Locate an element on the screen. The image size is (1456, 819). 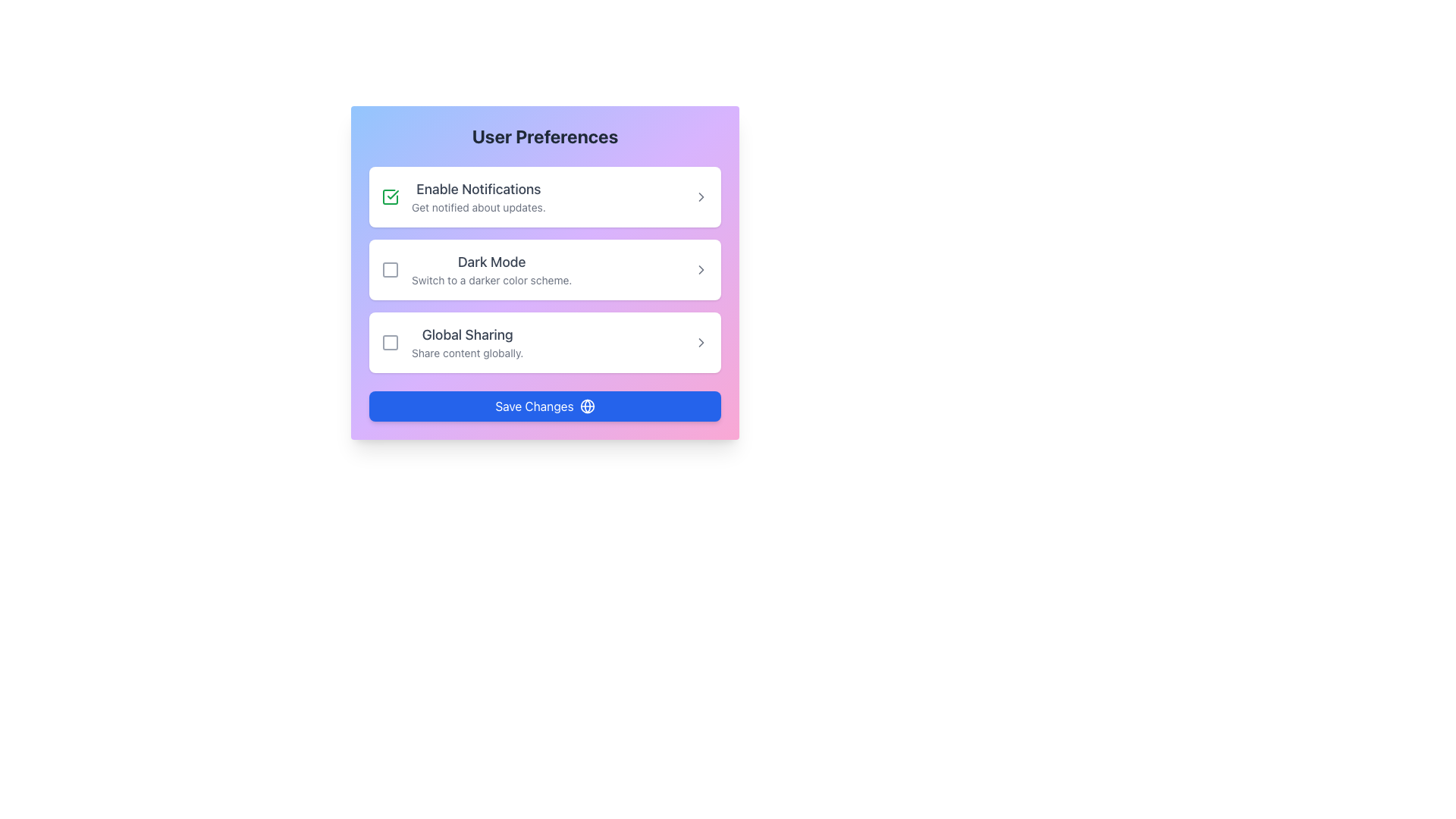
the checkbox icon located to the left of the 'Global Sharing' text in the third row of the settings list is located at coordinates (390, 342).